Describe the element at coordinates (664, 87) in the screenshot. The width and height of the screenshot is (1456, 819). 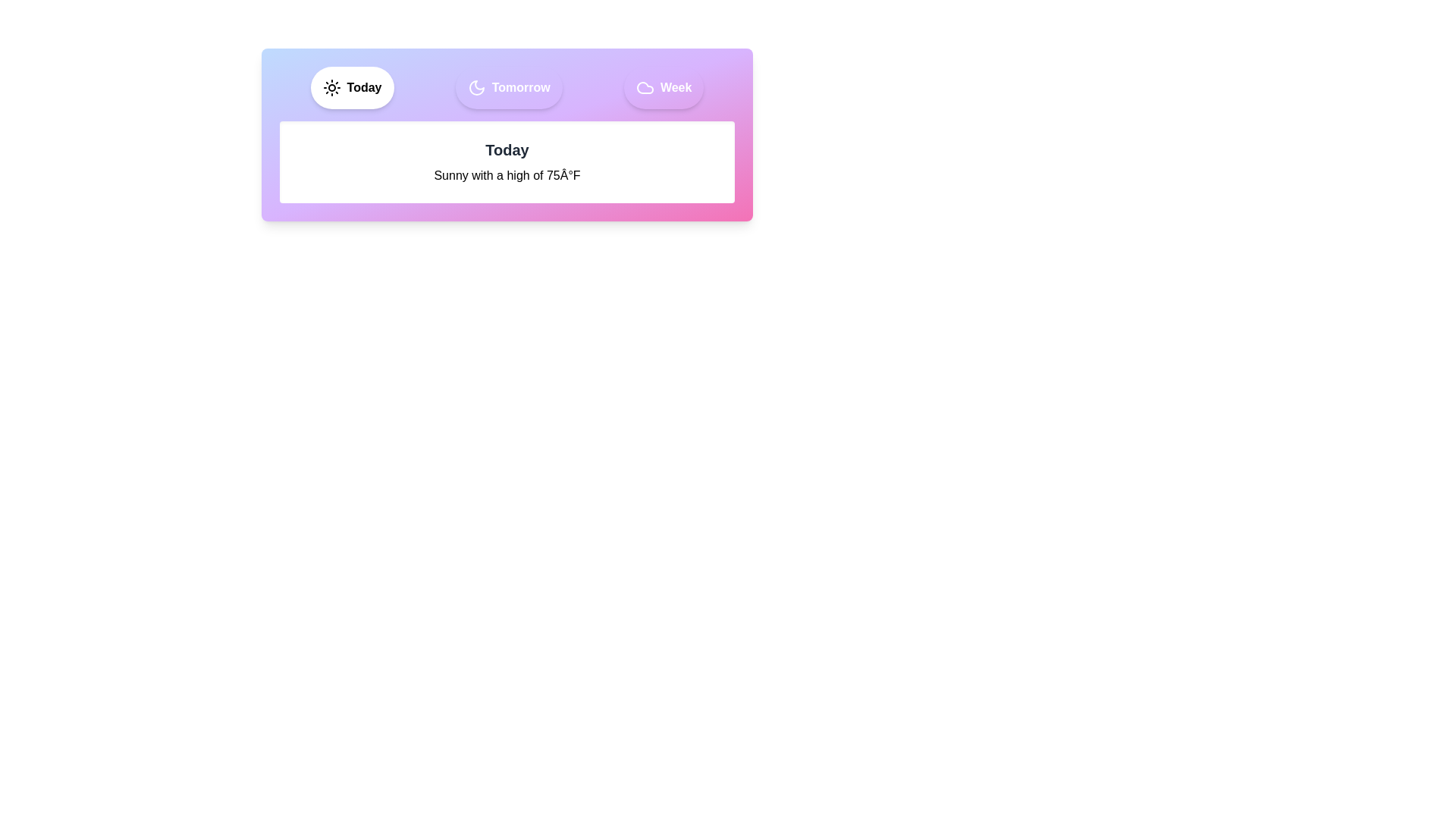
I see `the Week tab` at that location.